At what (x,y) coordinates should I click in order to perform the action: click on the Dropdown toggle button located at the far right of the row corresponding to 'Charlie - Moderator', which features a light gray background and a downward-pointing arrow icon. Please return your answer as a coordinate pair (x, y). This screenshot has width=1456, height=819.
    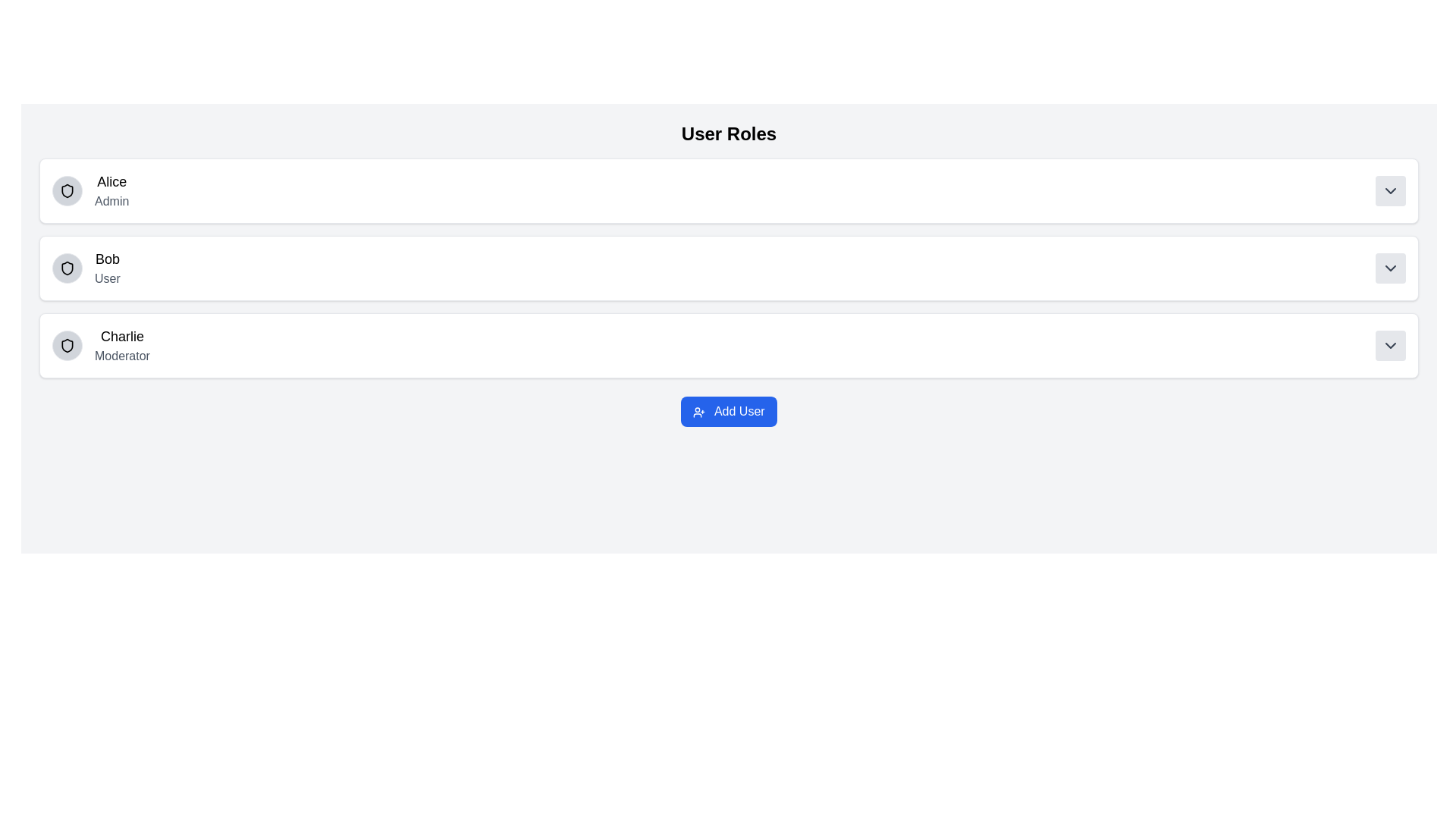
    Looking at the image, I should click on (1390, 345).